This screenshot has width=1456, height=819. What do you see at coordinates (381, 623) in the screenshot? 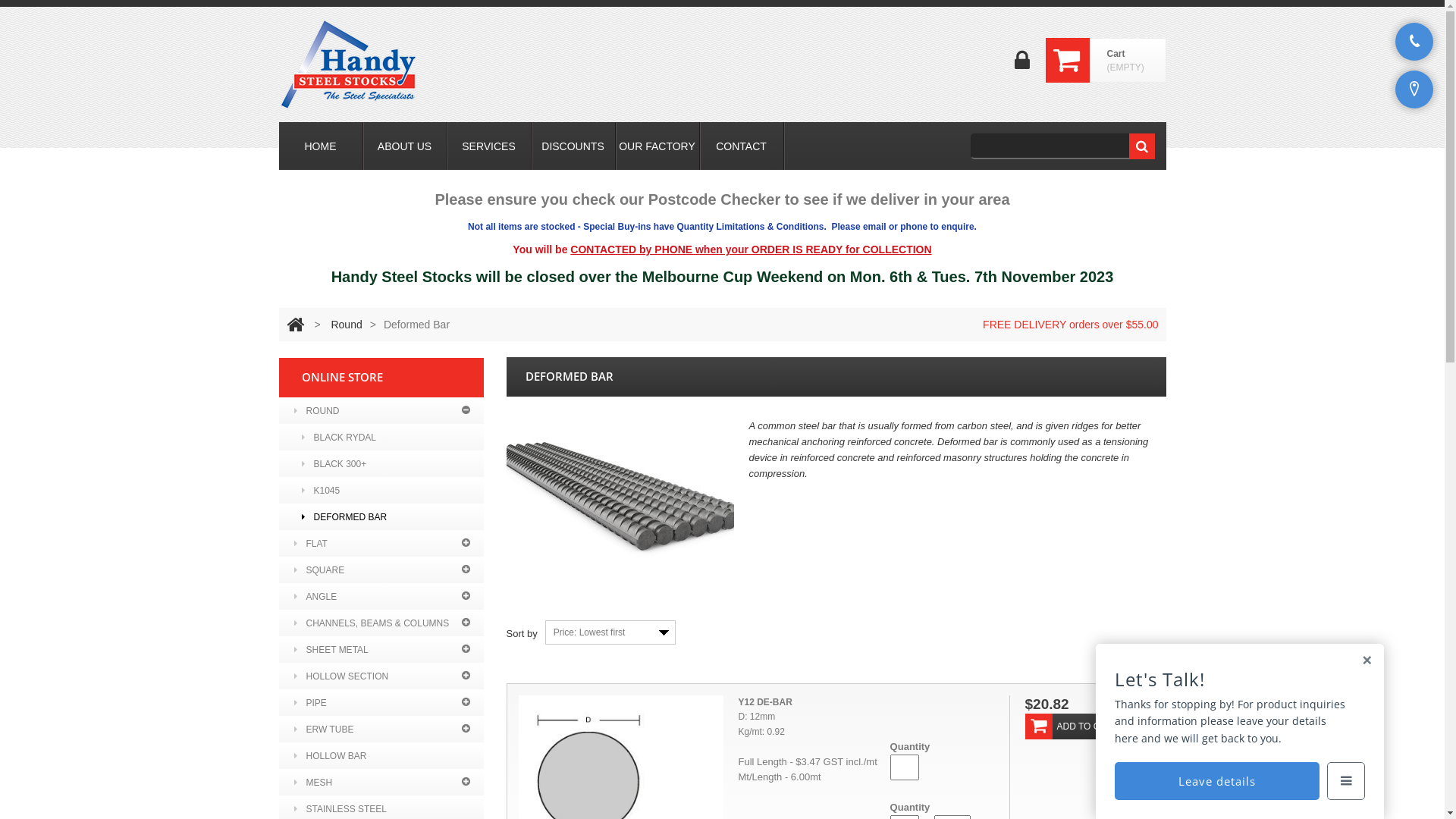
I see `'CHANNELS, BEAMS & COLUMNS'` at bounding box center [381, 623].